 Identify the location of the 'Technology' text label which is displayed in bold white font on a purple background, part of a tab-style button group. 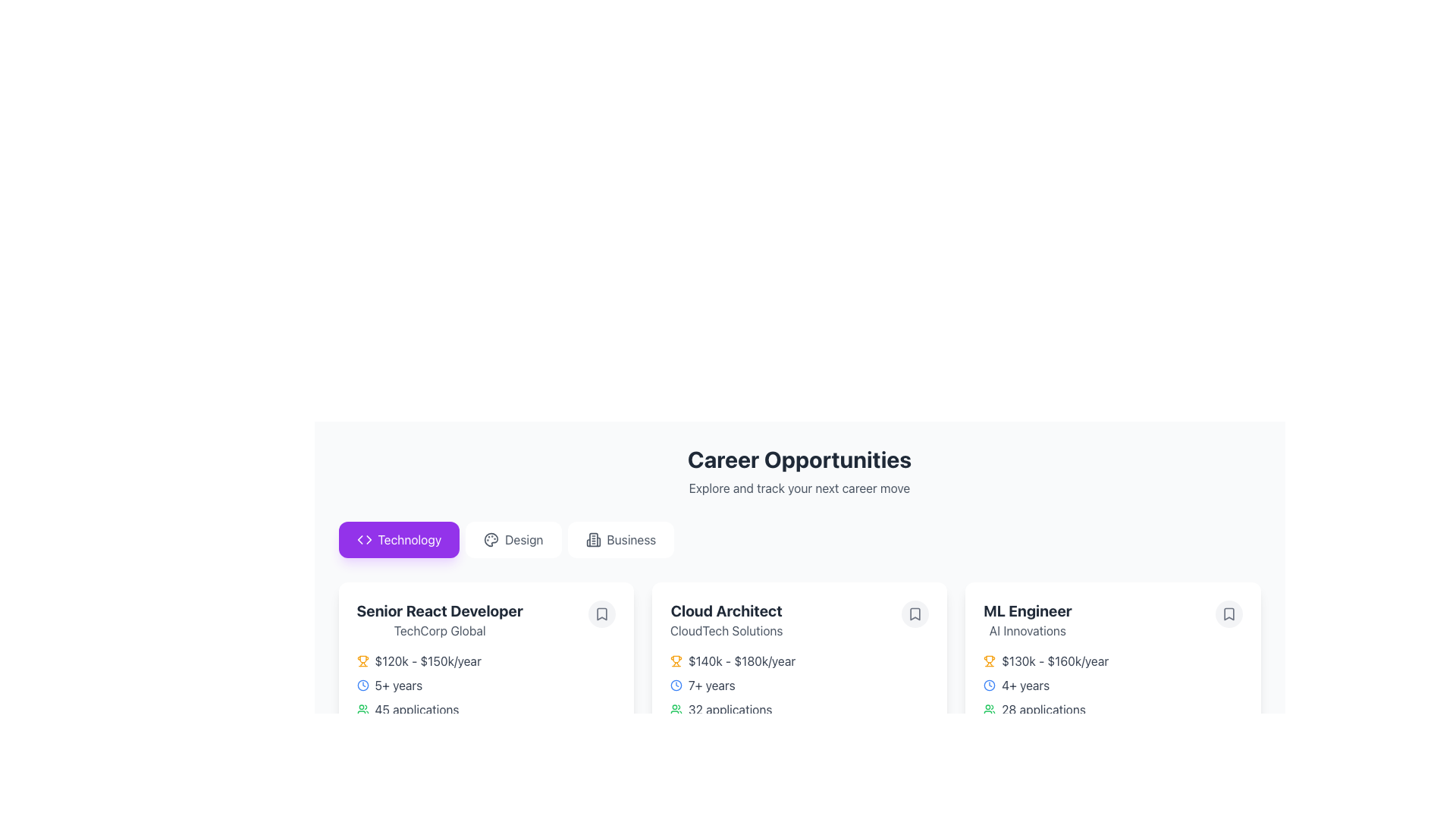
(409, 539).